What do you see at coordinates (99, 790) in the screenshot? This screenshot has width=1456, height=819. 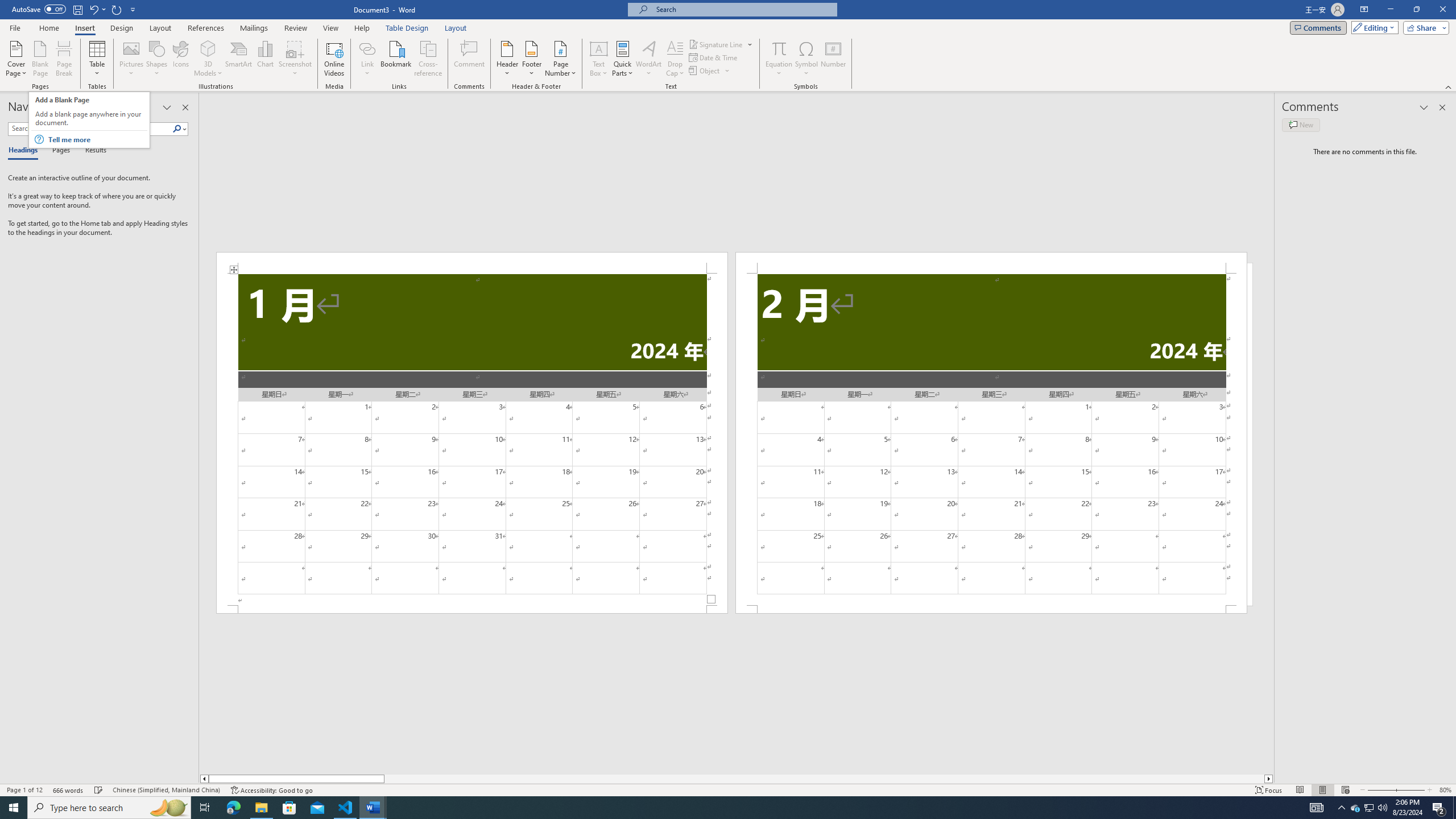 I see `'Spelling and Grammar Check Checking'` at bounding box center [99, 790].